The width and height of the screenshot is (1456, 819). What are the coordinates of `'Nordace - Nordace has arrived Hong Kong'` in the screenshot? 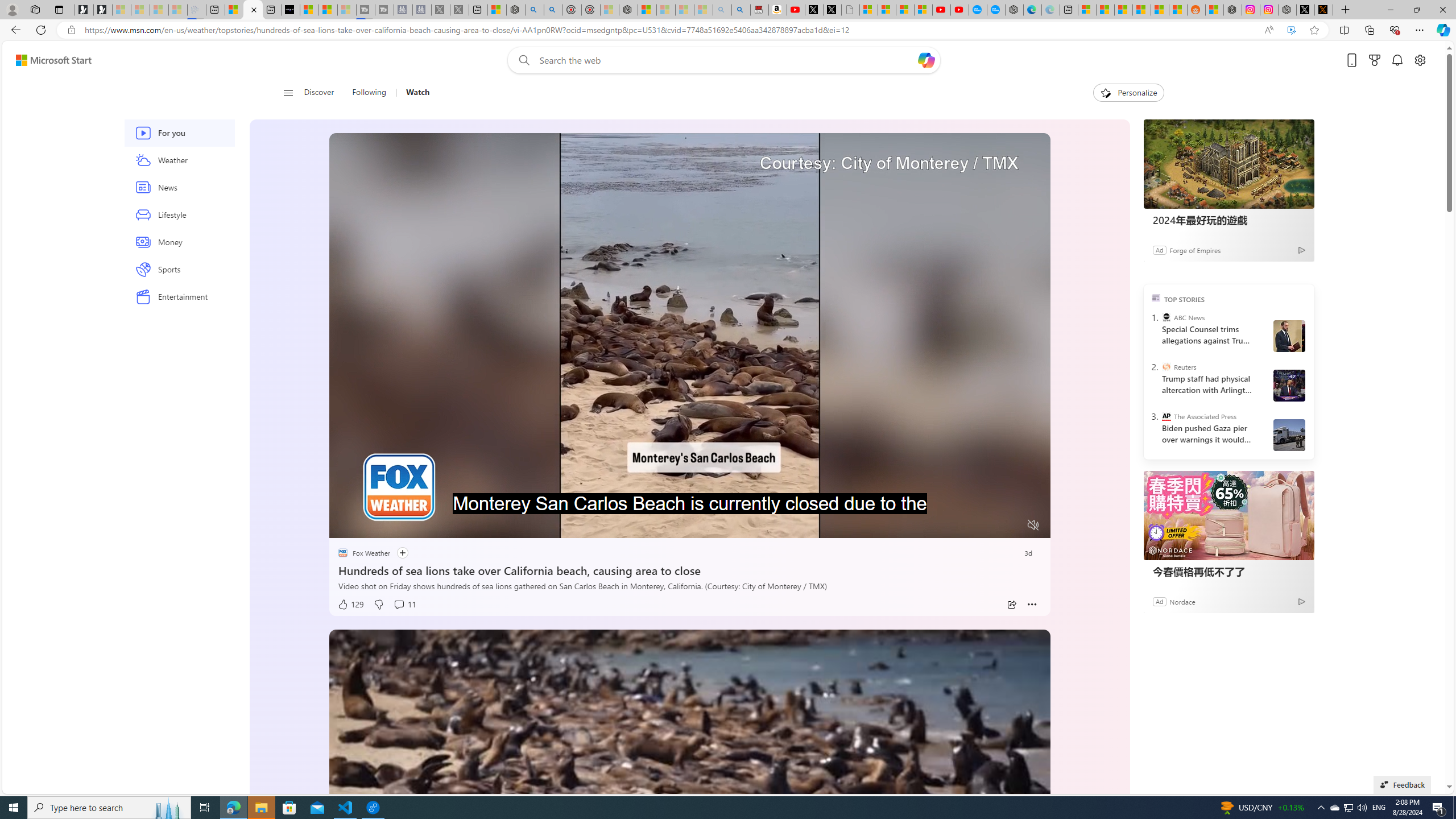 It's located at (1014, 9).